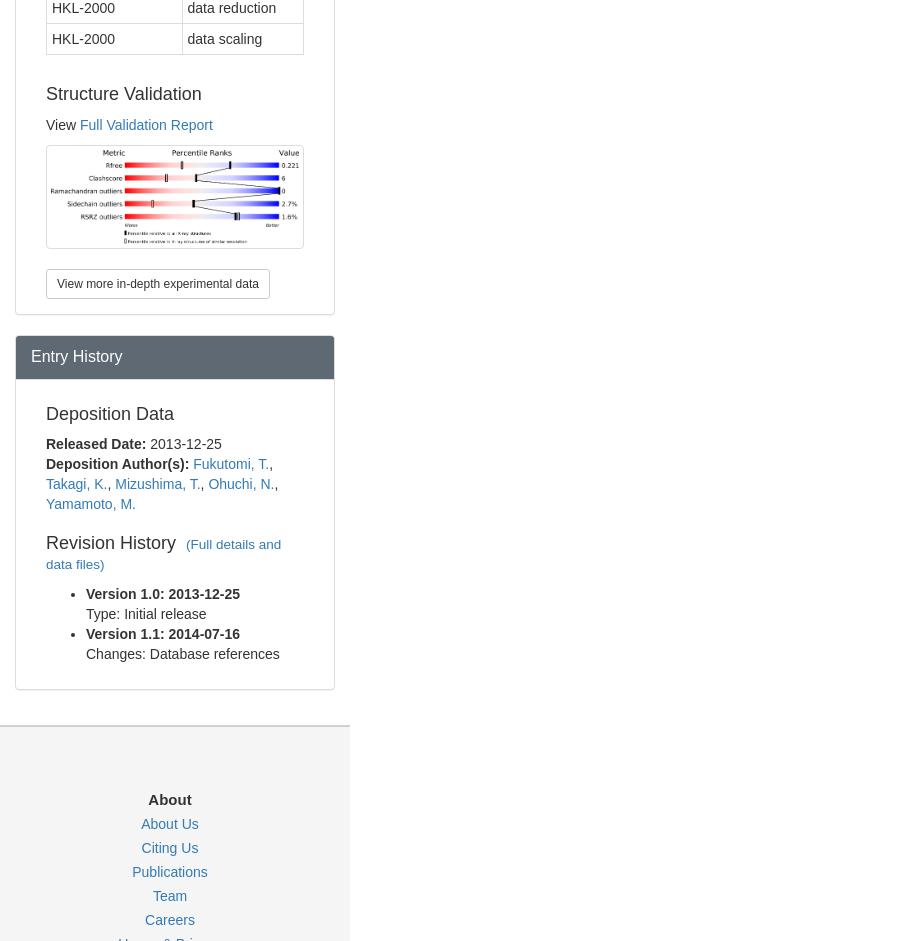 The width and height of the screenshot is (916, 941). I want to click on '2013-12-25', so click(186, 443).